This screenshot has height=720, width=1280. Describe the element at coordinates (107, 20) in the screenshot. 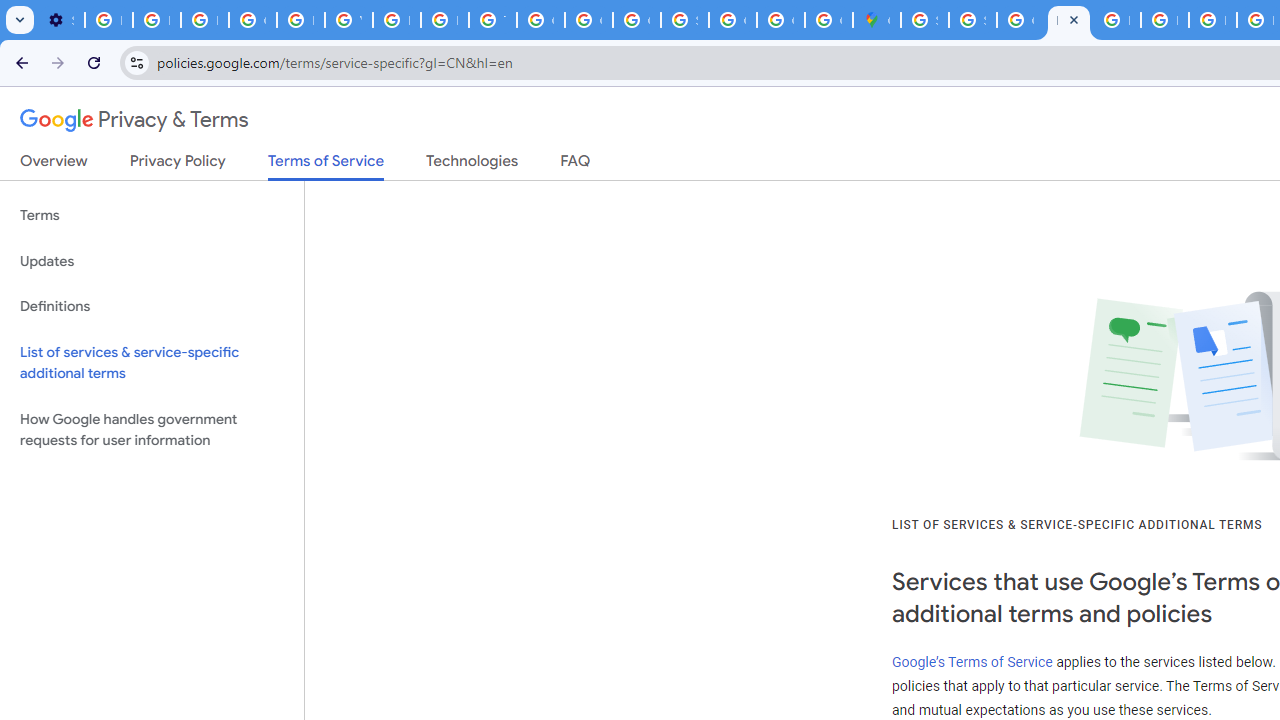

I see `'Delete photos & videos - Computer - Google Photos Help'` at that location.